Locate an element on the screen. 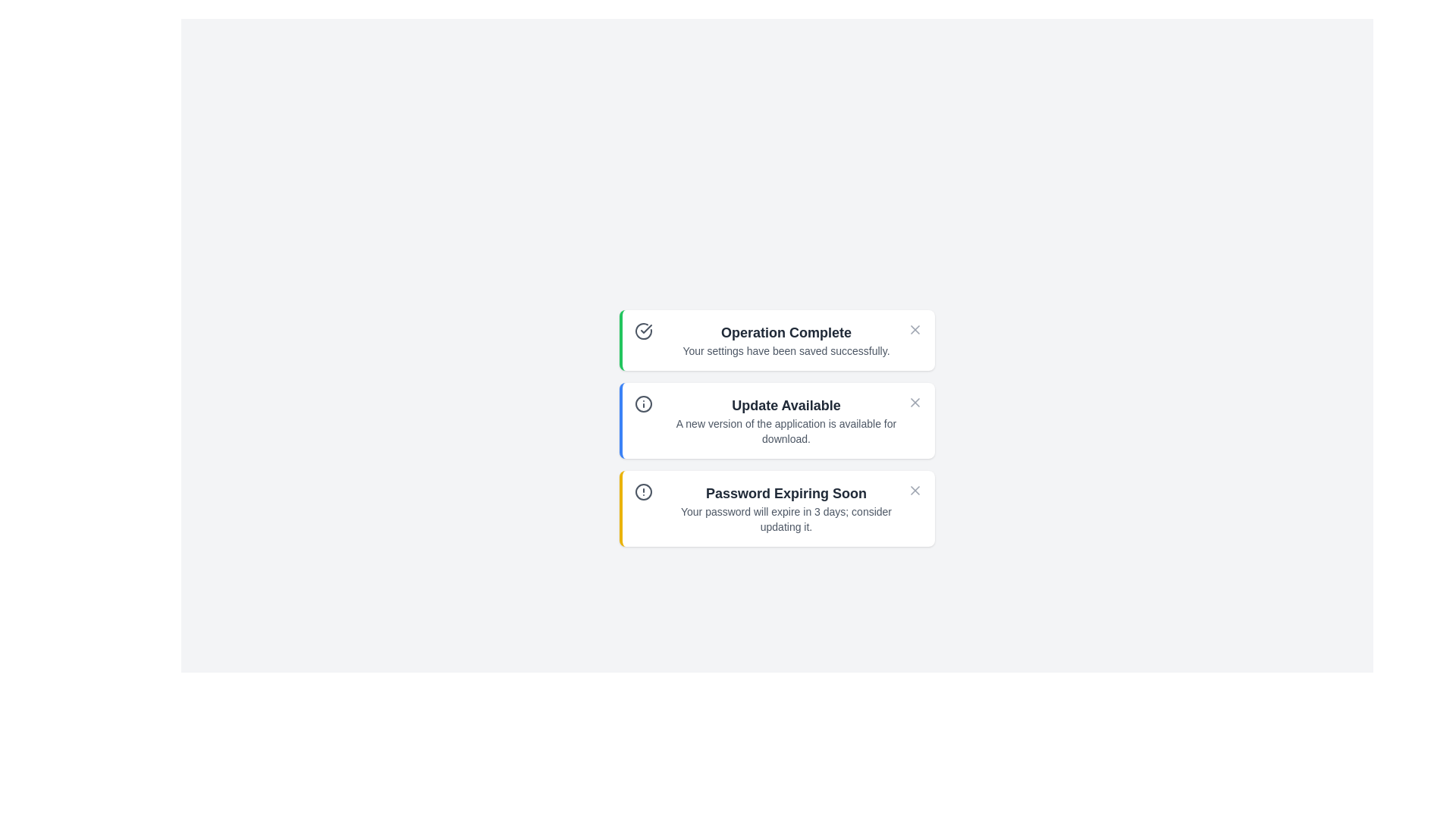 This screenshot has height=819, width=1456. the text label displaying 'Your settings have been saved successfully.' which is located below the heading 'Operation Complete' in the notification card is located at coordinates (786, 350).